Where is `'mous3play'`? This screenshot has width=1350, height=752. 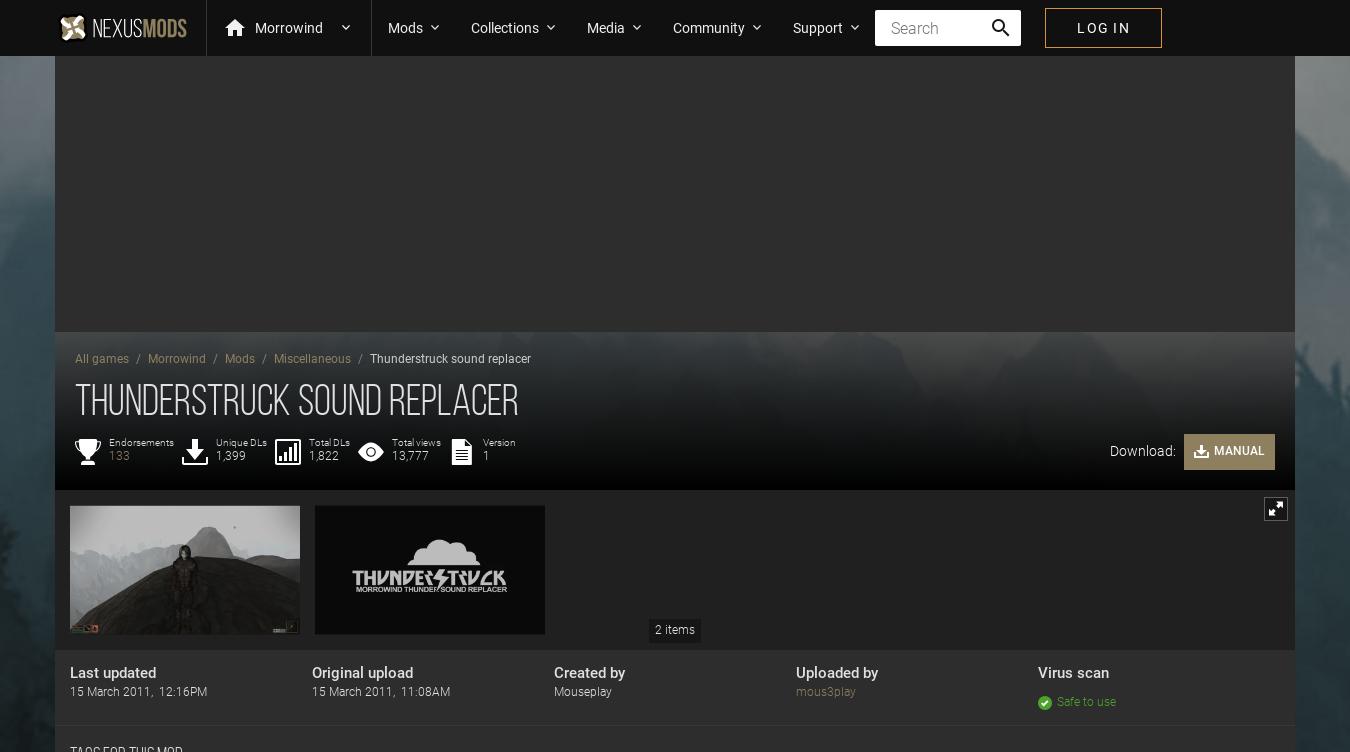 'mous3play' is located at coordinates (826, 690).